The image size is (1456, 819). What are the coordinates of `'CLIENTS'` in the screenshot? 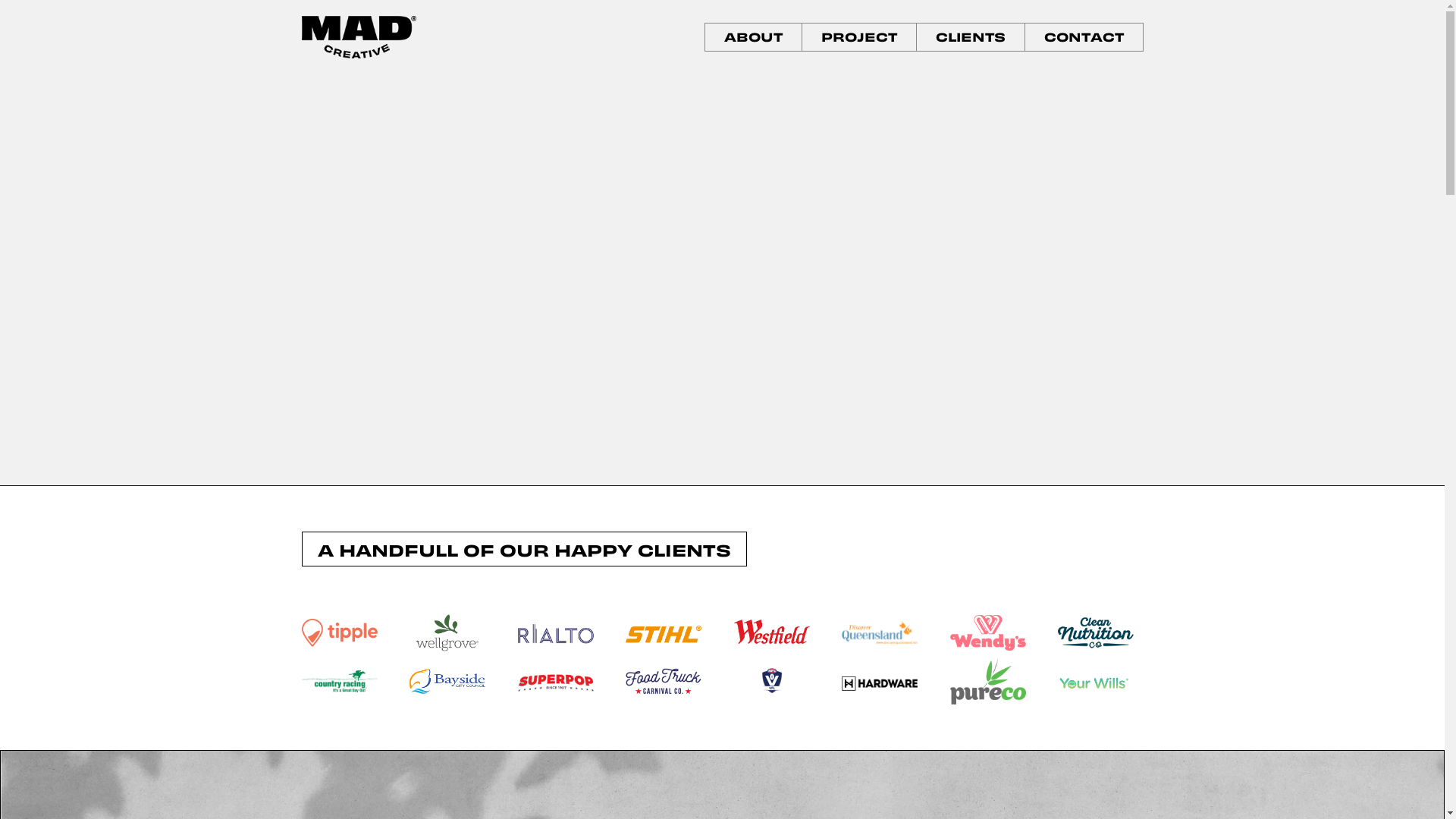 It's located at (968, 36).